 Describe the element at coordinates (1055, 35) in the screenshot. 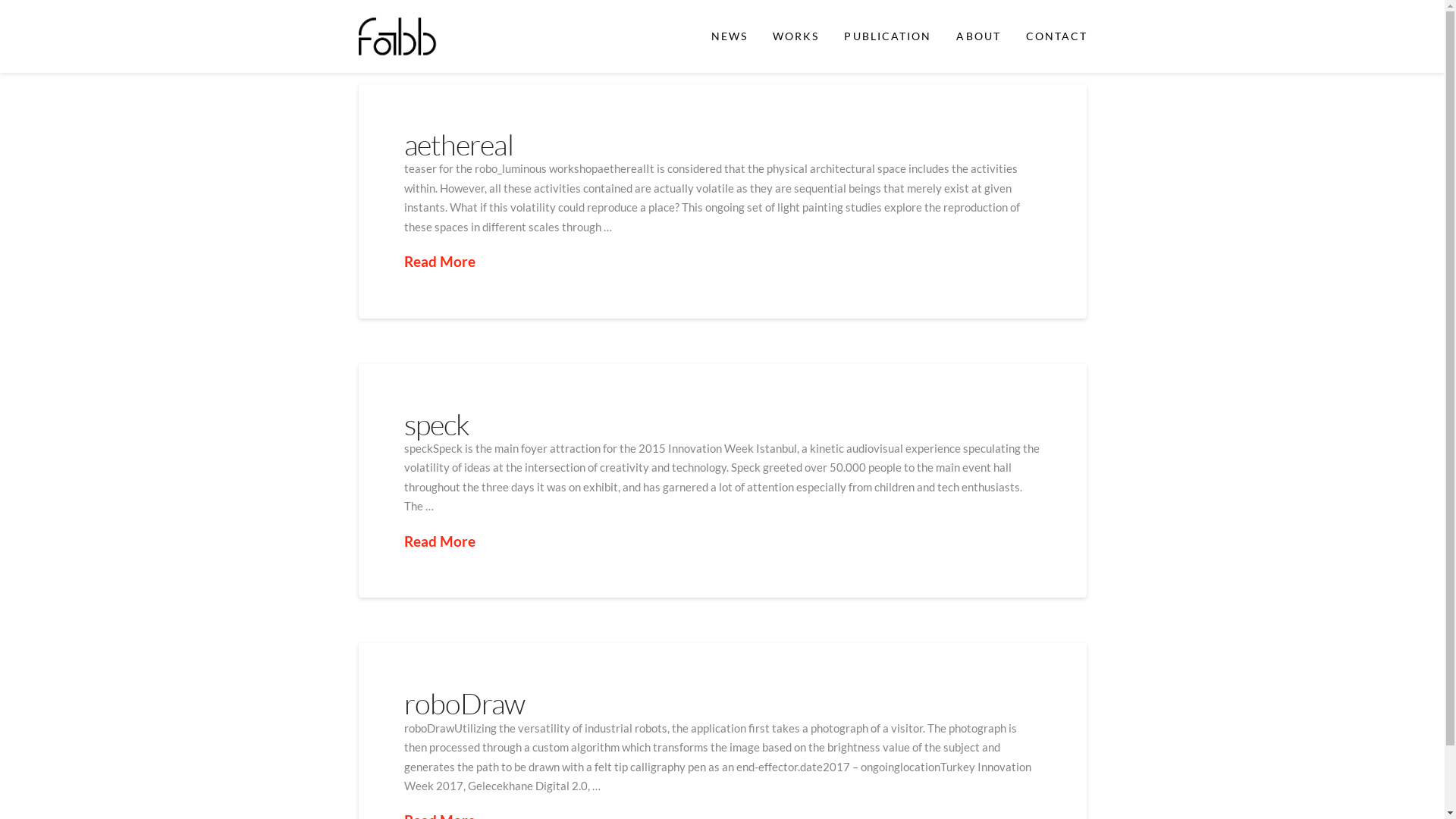

I see `'CONTACT'` at that location.